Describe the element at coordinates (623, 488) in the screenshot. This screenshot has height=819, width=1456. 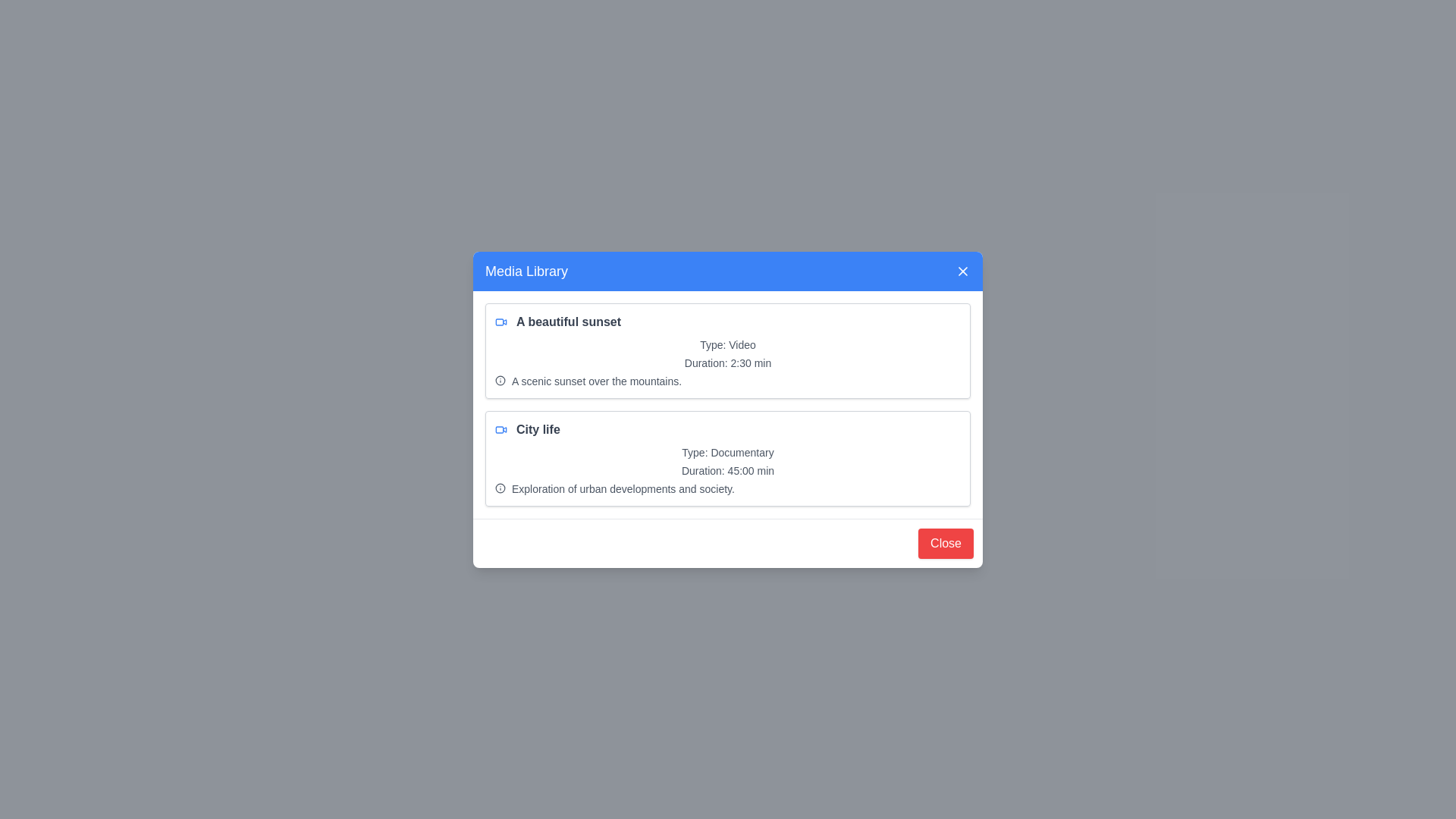
I see `the informational text located below the title and subtitle within the 'City life' content card, which provides additional descriptive information about the media presented` at that location.